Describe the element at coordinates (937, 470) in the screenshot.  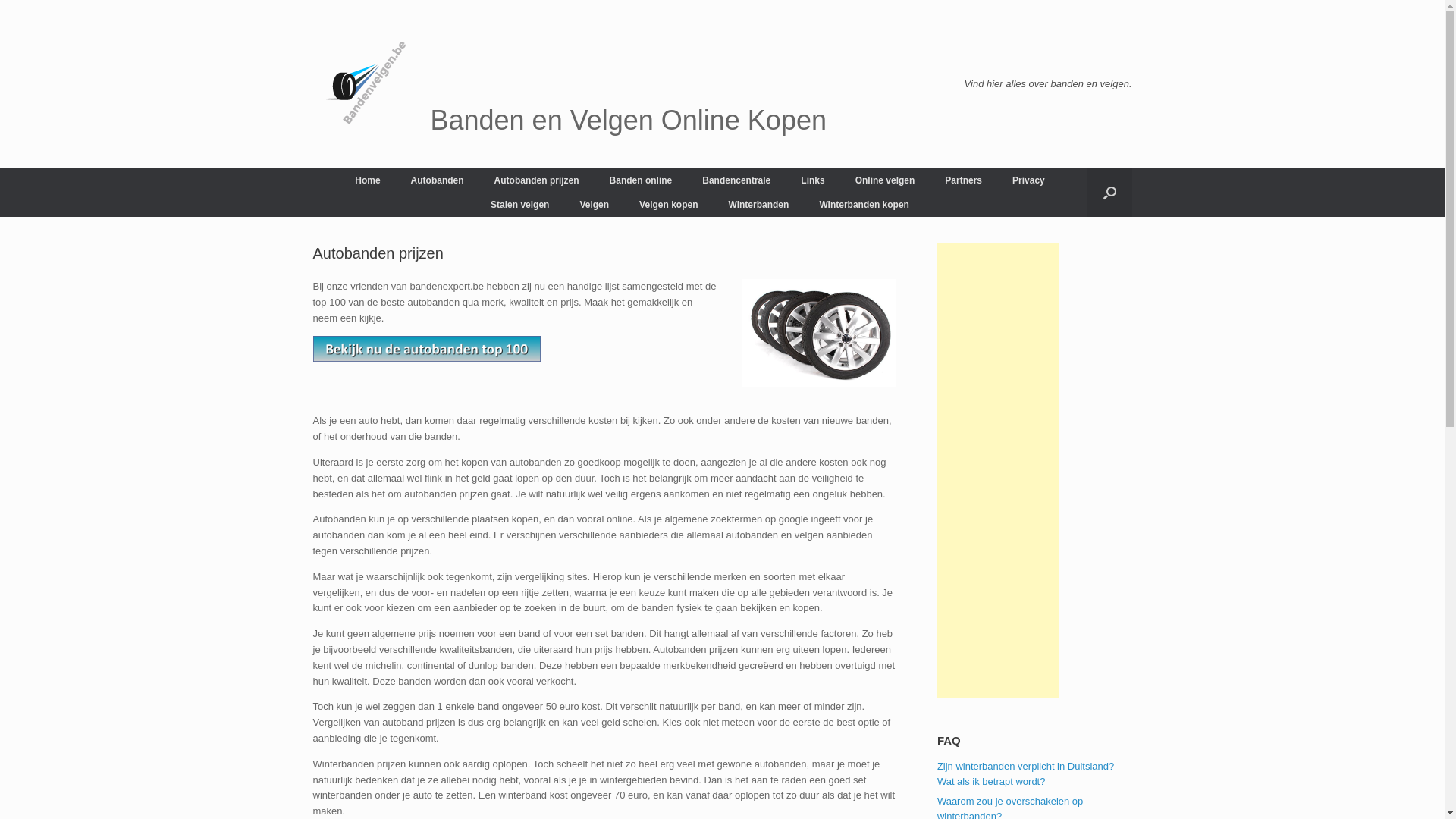
I see `'Advertisement'` at that location.